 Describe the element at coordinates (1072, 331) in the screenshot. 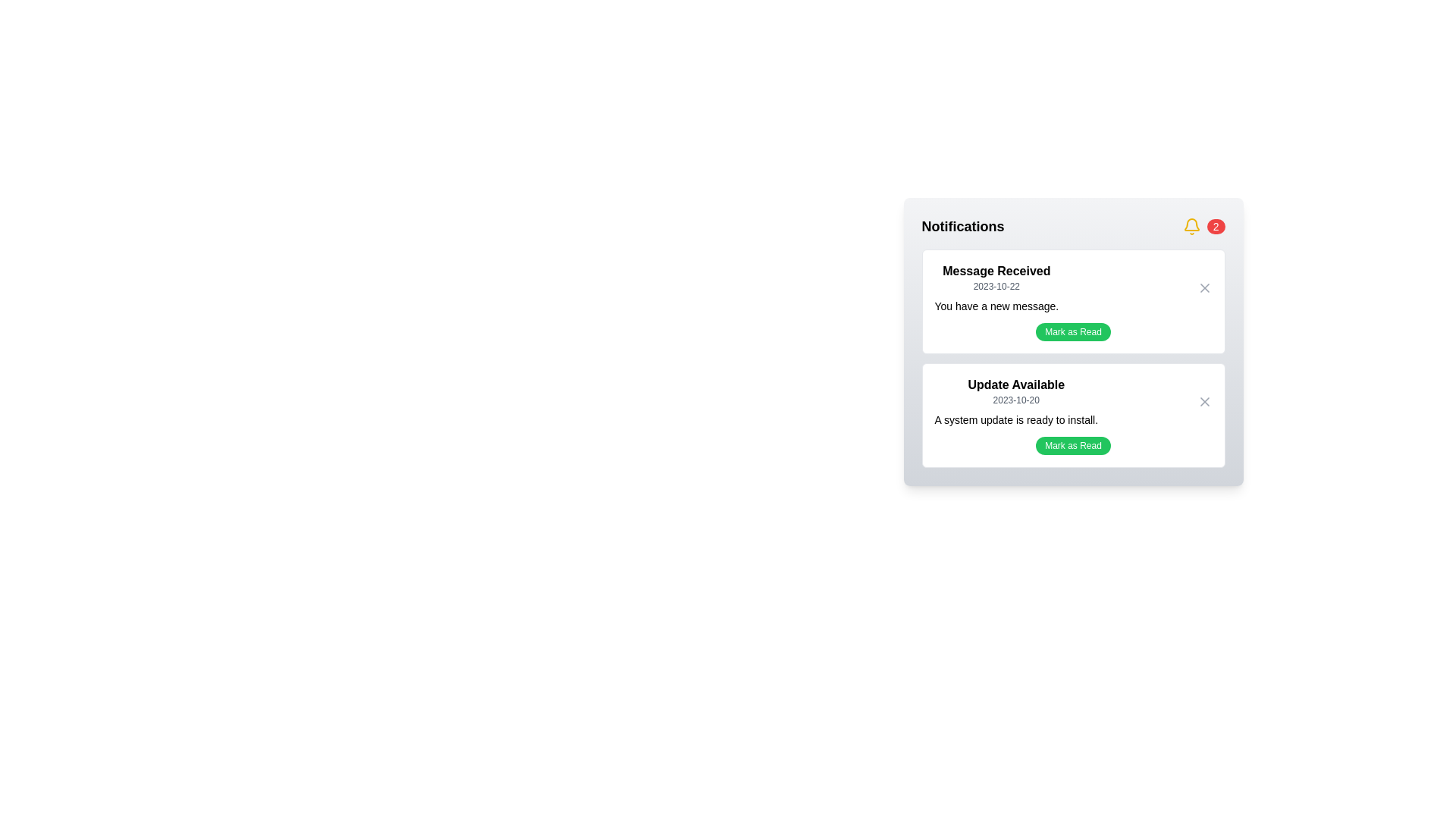

I see `the interactive button located at the bottom of the 'Message Received' notification card to mark the notification as read` at that location.